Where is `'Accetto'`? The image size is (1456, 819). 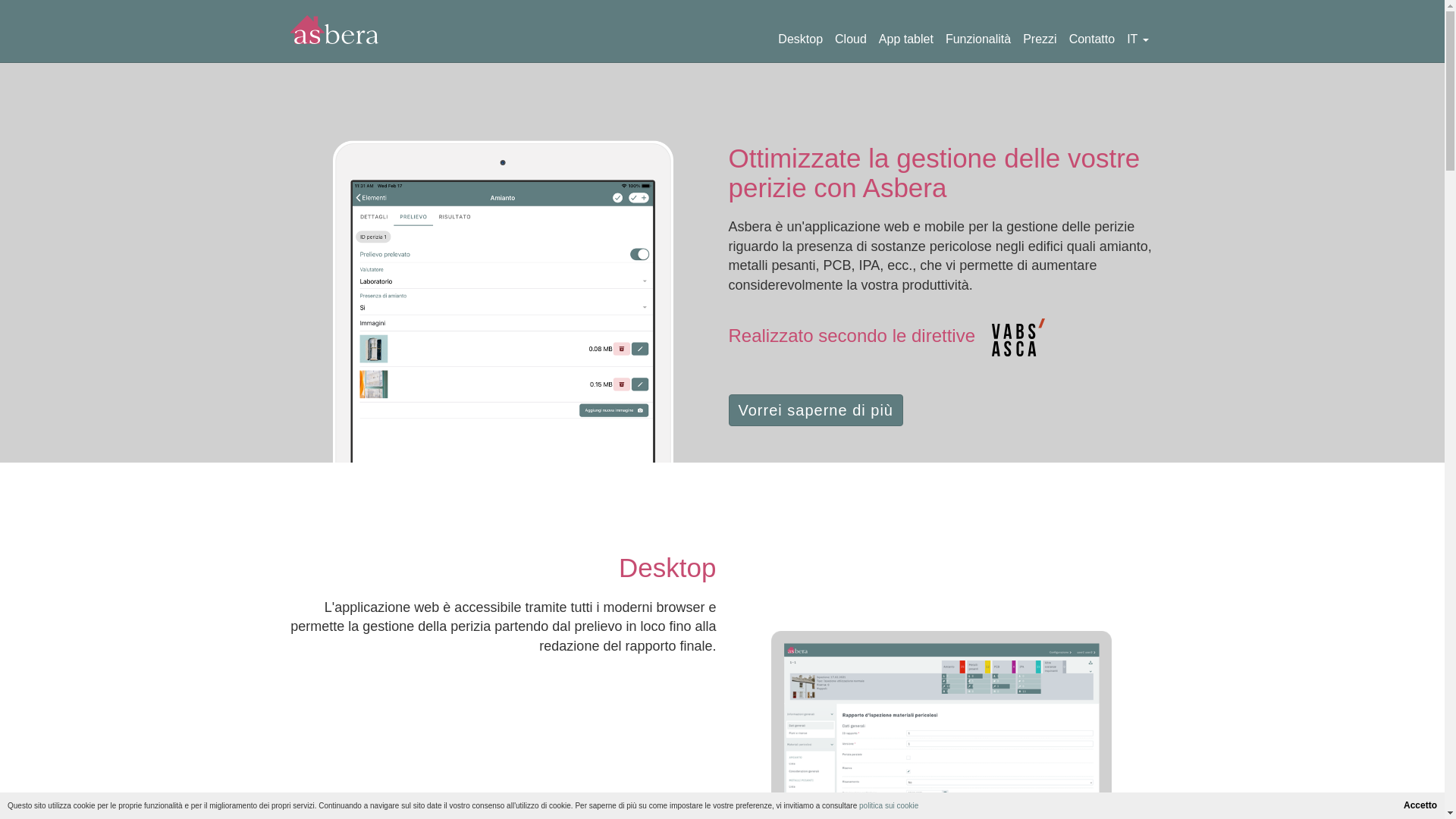
'Accetto' is located at coordinates (1419, 805).